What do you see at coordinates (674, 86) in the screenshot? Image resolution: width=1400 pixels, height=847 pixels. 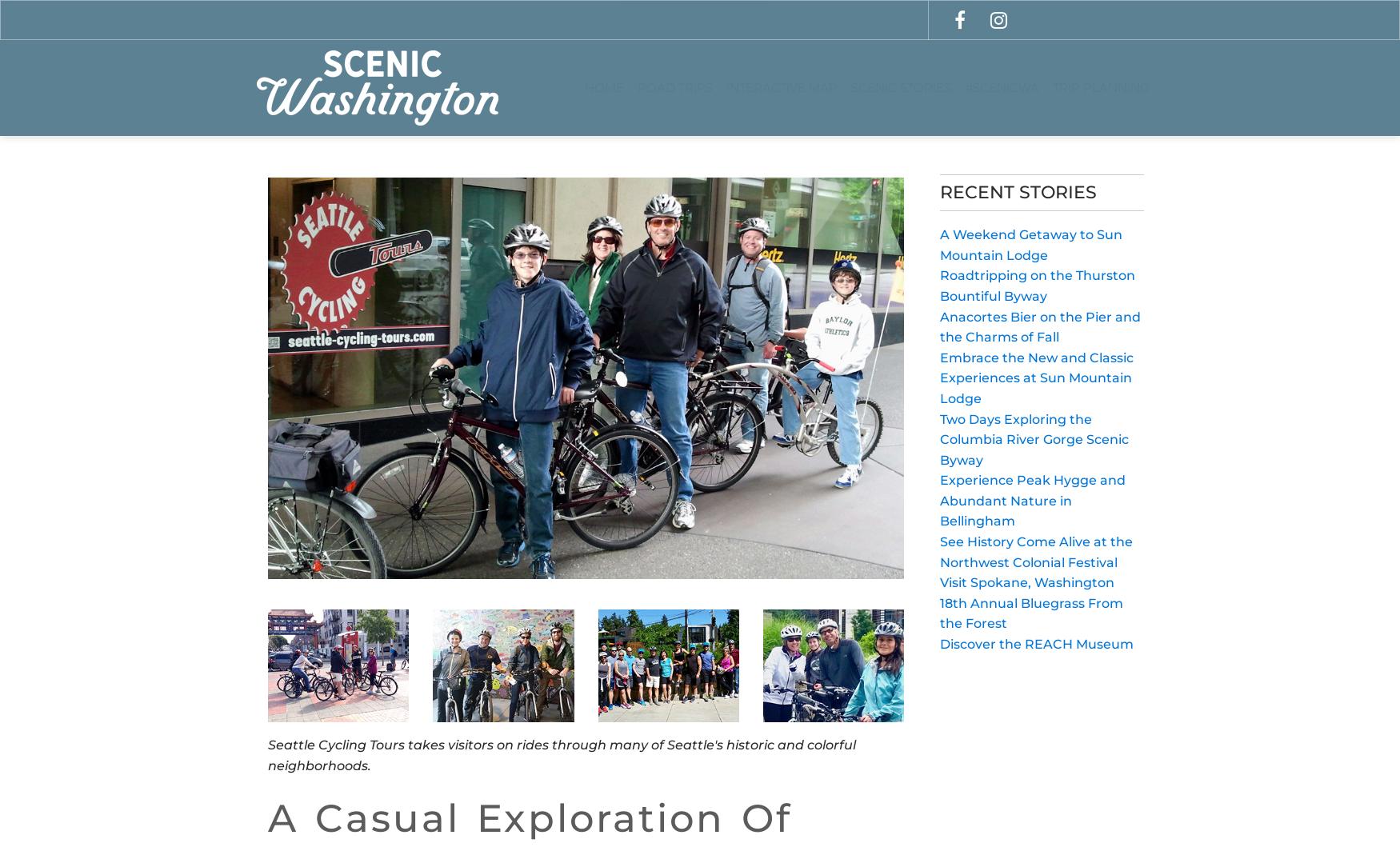 I see `'Road Trips'` at bounding box center [674, 86].